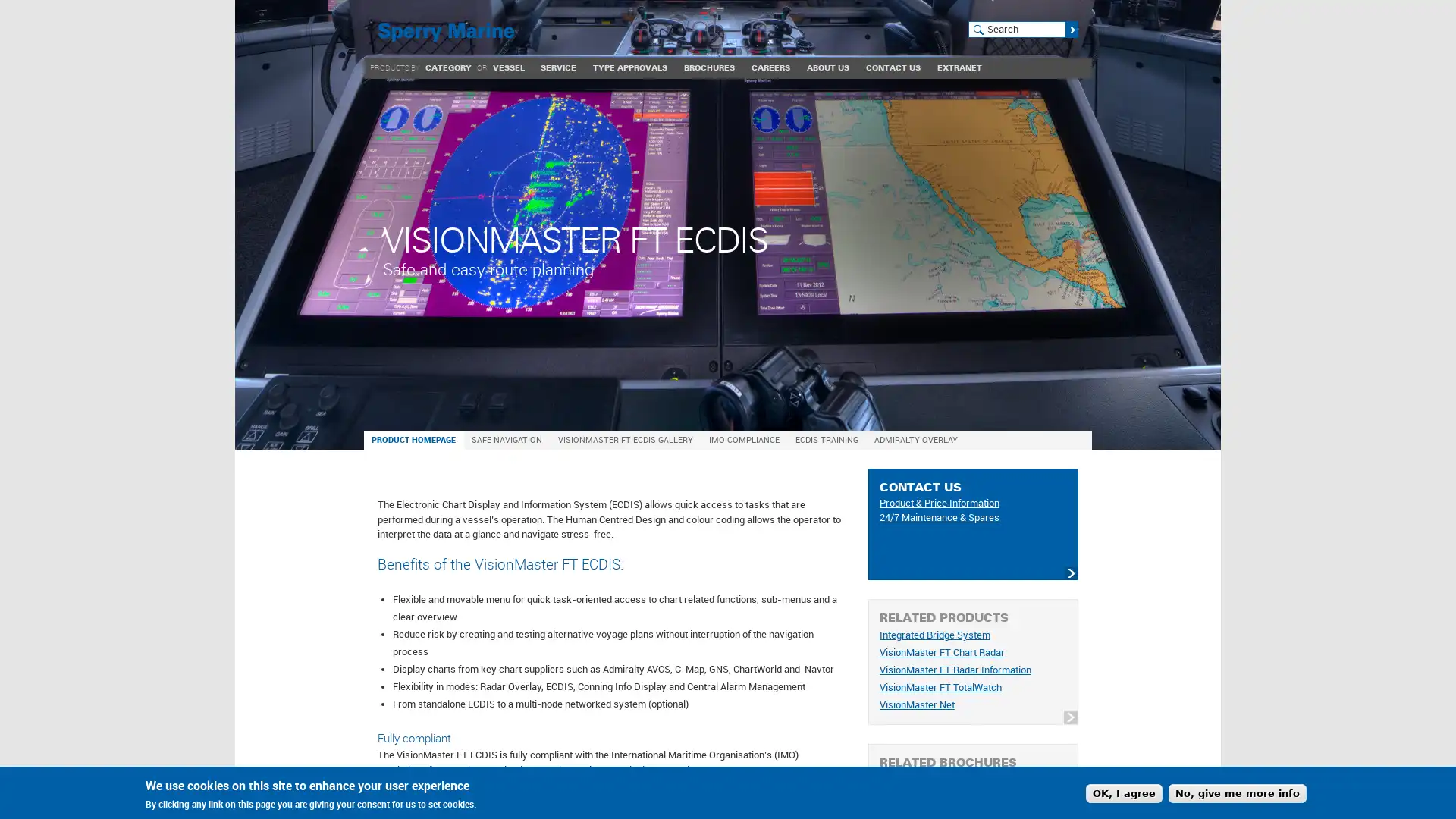  What do you see at coordinates (1070, 29) in the screenshot?
I see `Search` at bounding box center [1070, 29].